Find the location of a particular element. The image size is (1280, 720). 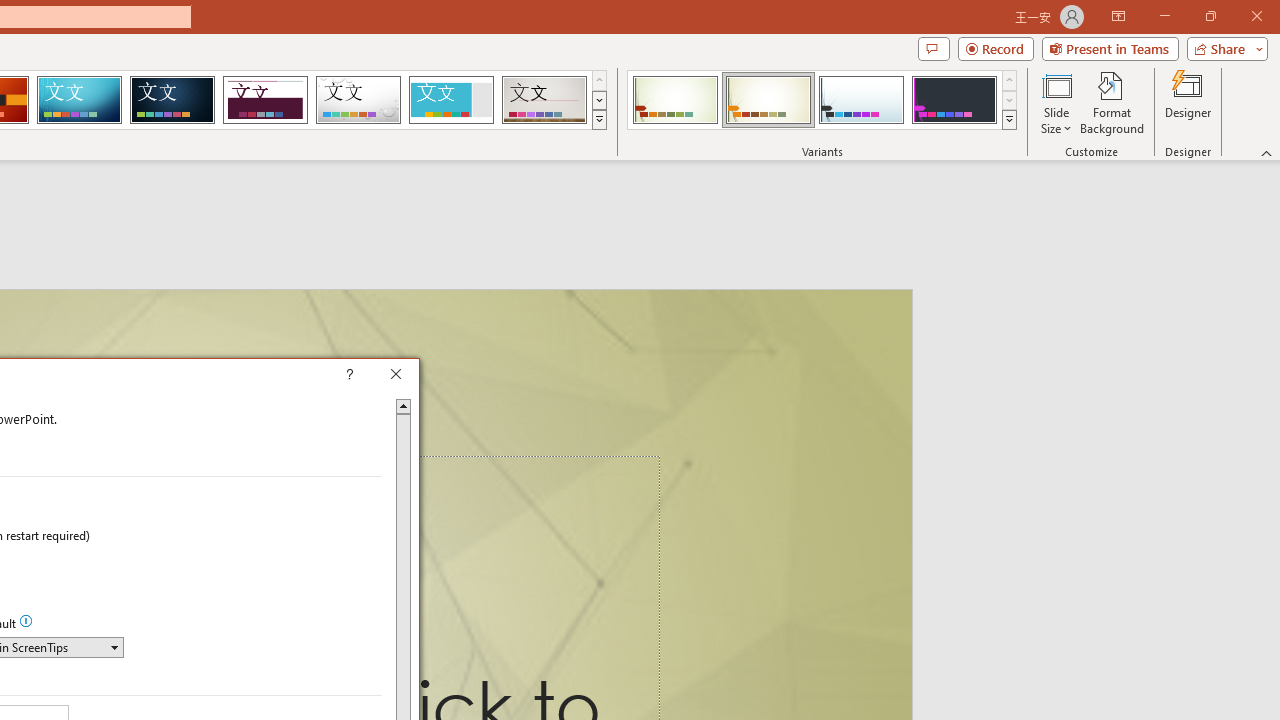

'Wisp Variant 1' is located at coordinates (675, 100).